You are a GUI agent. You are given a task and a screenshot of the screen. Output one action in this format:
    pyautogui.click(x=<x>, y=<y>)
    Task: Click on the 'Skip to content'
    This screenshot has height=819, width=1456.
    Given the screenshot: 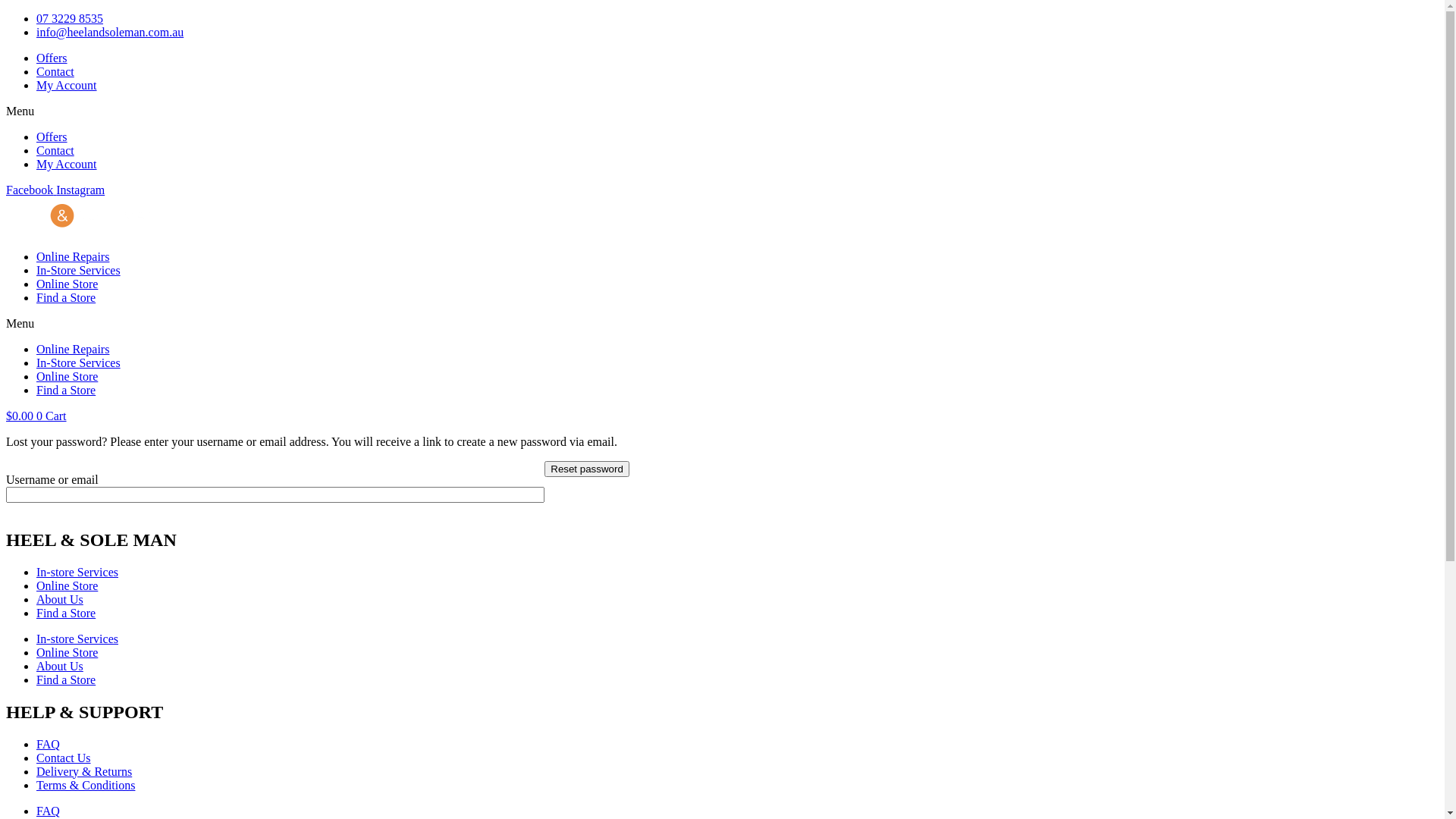 What is the action you would take?
    pyautogui.click(x=5, y=11)
    